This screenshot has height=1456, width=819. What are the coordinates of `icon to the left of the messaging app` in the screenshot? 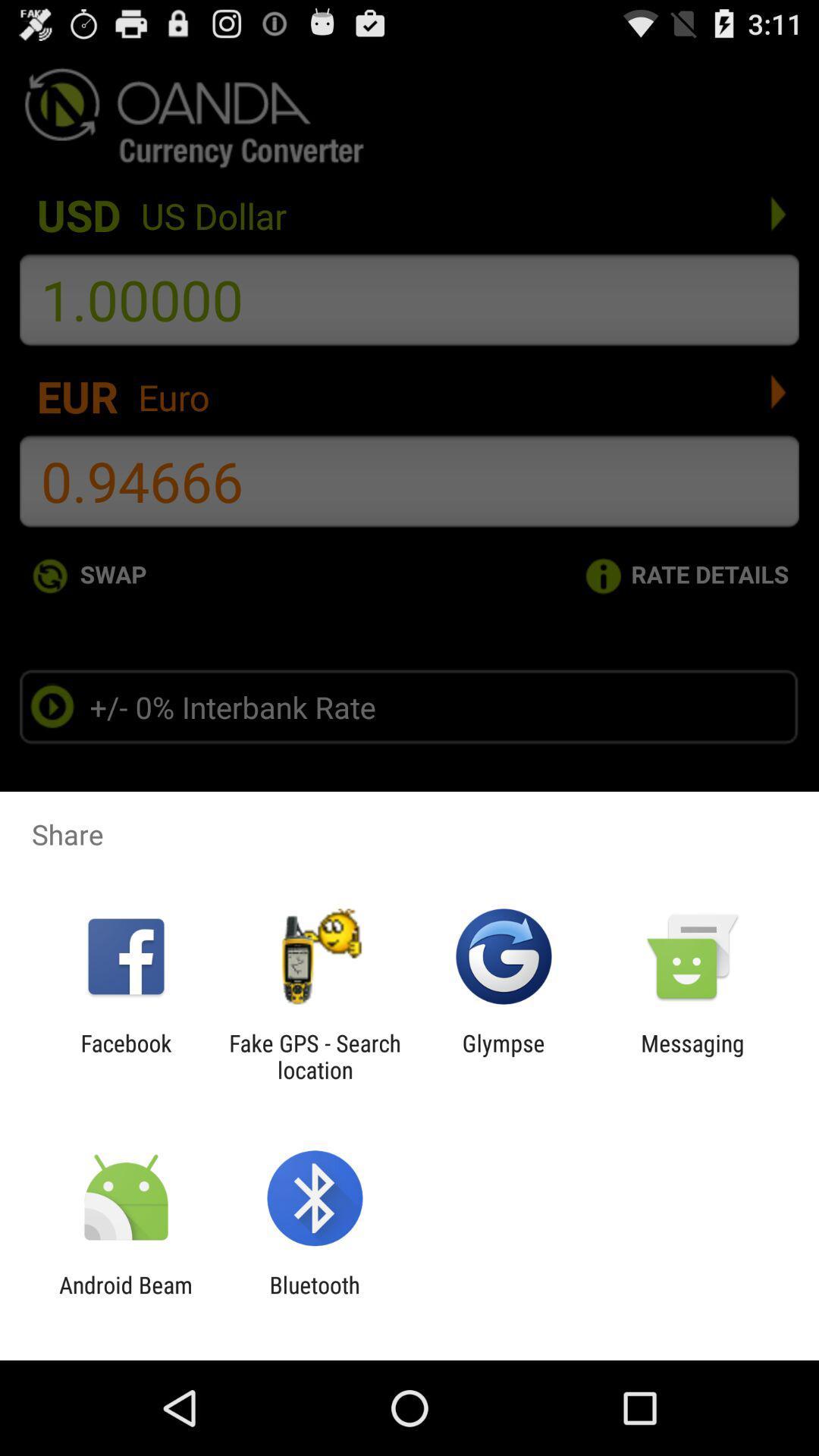 It's located at (504, 1056).